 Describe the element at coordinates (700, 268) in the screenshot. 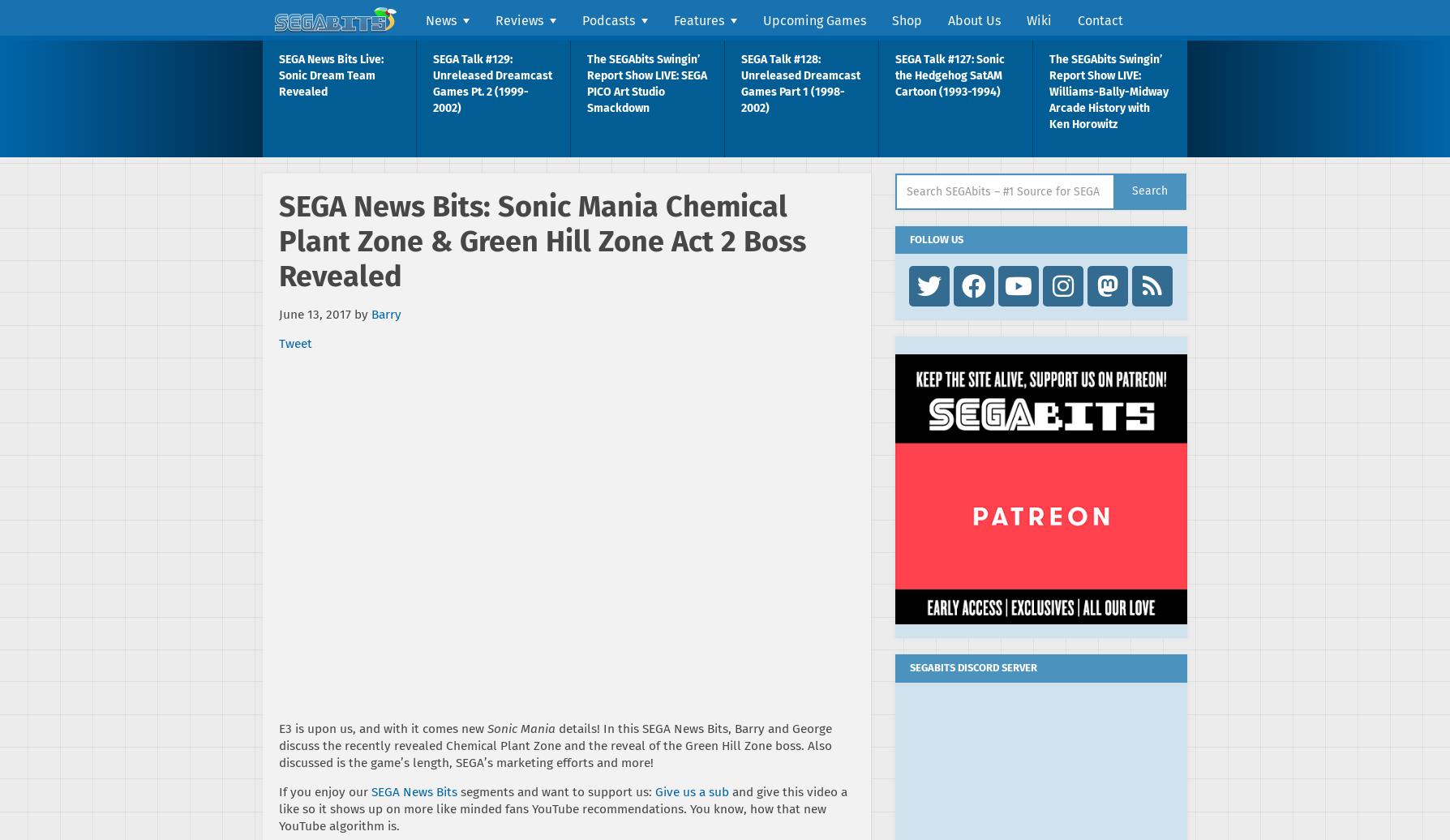

I see `'SEGA Ads'` at that location.